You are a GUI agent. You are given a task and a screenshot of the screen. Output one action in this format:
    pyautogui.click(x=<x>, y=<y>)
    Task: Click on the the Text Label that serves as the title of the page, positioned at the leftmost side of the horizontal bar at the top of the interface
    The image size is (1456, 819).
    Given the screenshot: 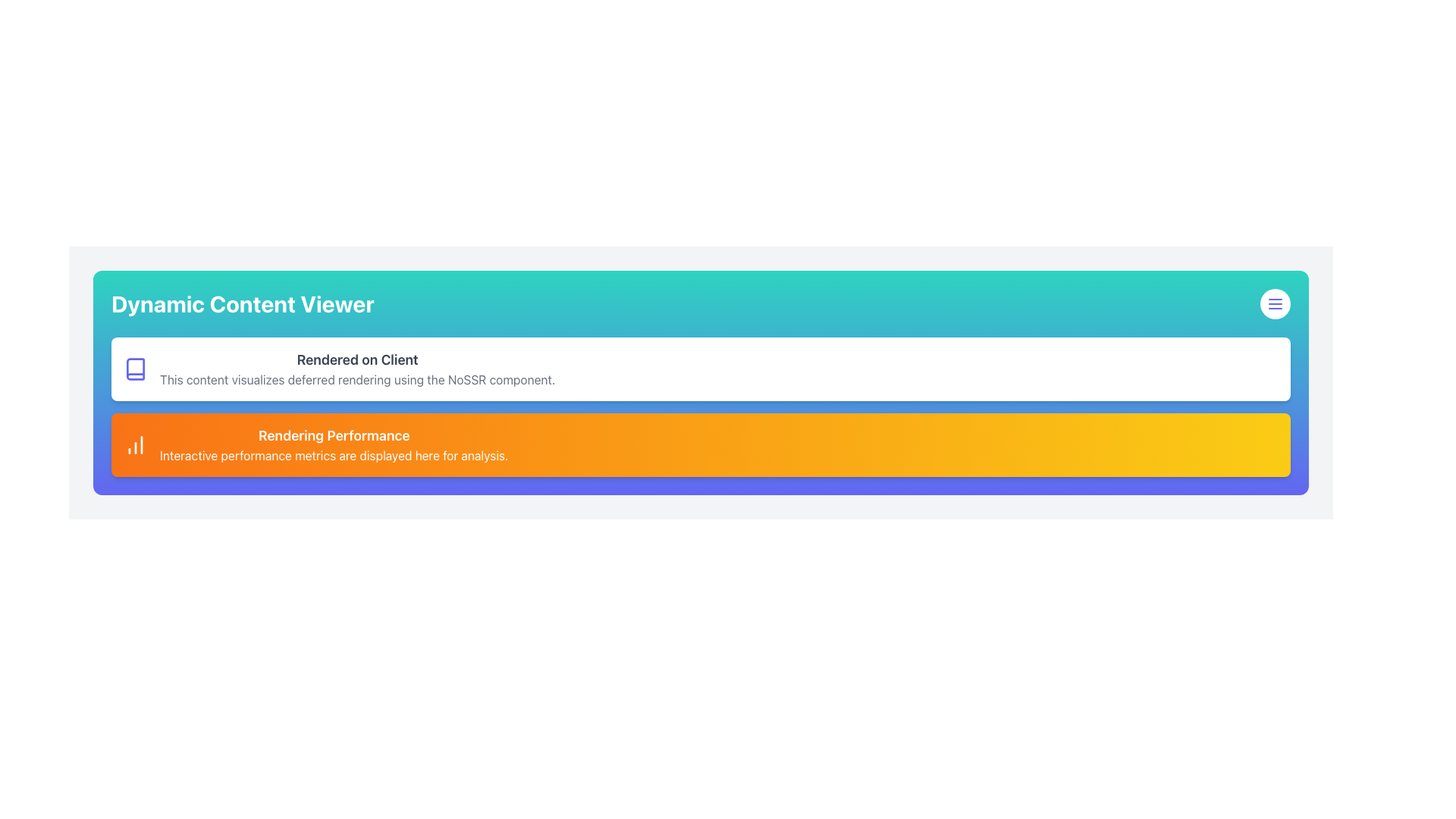 What is the action you would take?
    pyautogui.click(x=243, y=304)
    